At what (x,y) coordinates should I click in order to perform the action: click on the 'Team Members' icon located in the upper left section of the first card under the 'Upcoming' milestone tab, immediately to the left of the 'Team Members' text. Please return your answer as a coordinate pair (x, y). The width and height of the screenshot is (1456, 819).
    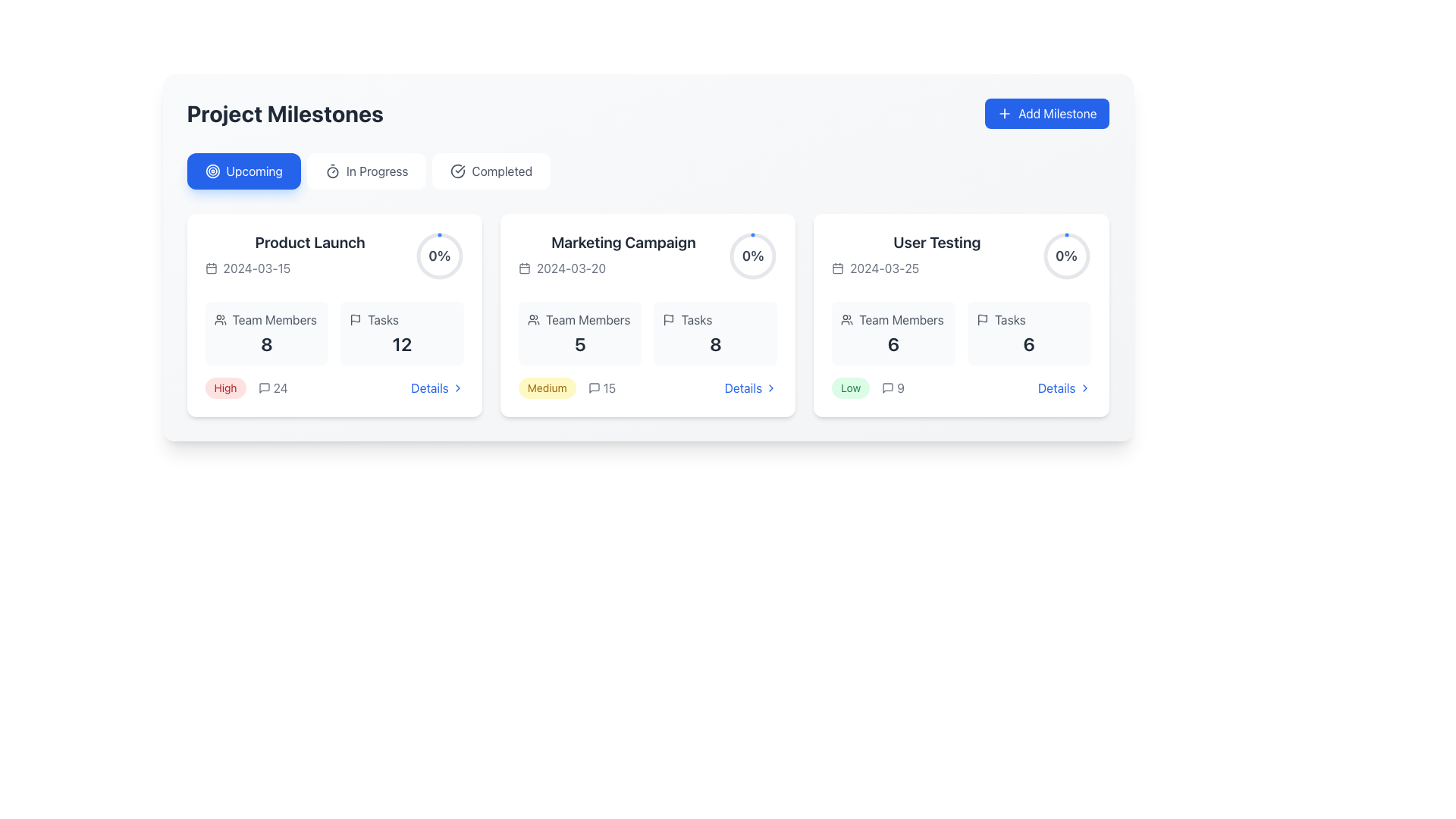
    Looking at the image, I should click on (219, 318).